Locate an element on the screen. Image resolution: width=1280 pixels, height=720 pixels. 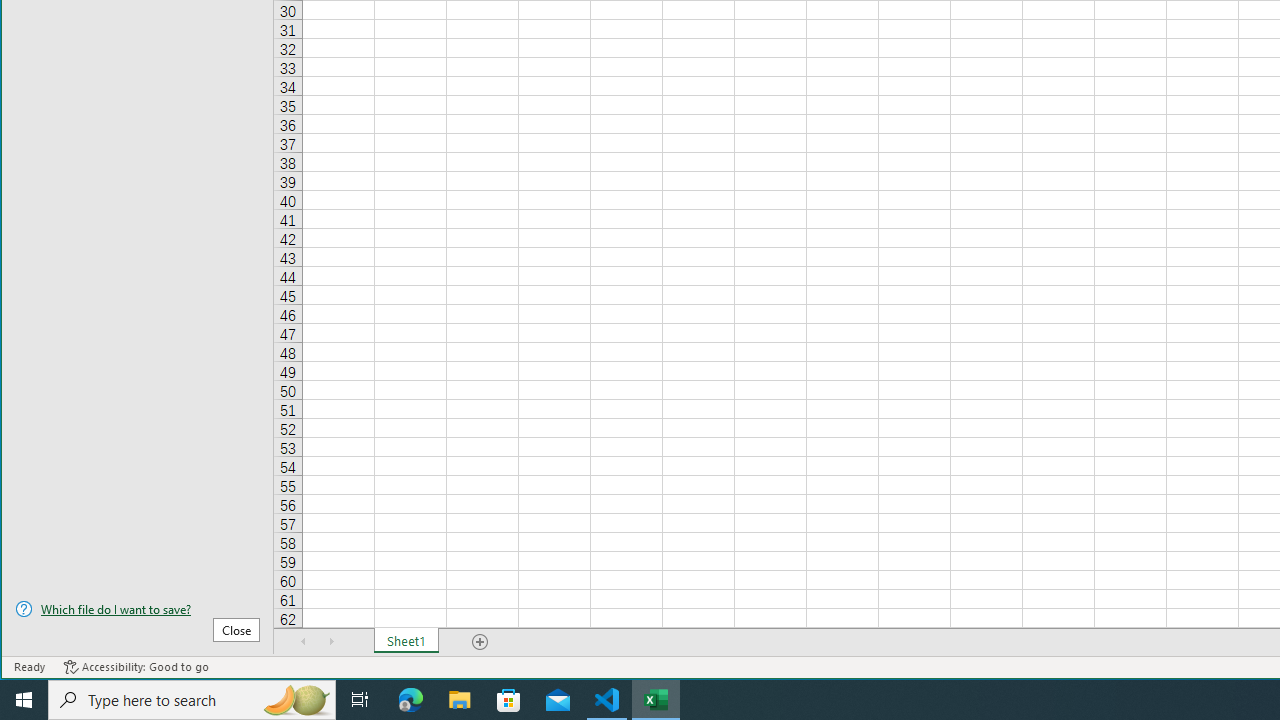
'Microsoft Store' is located at coordinates (509, 698).